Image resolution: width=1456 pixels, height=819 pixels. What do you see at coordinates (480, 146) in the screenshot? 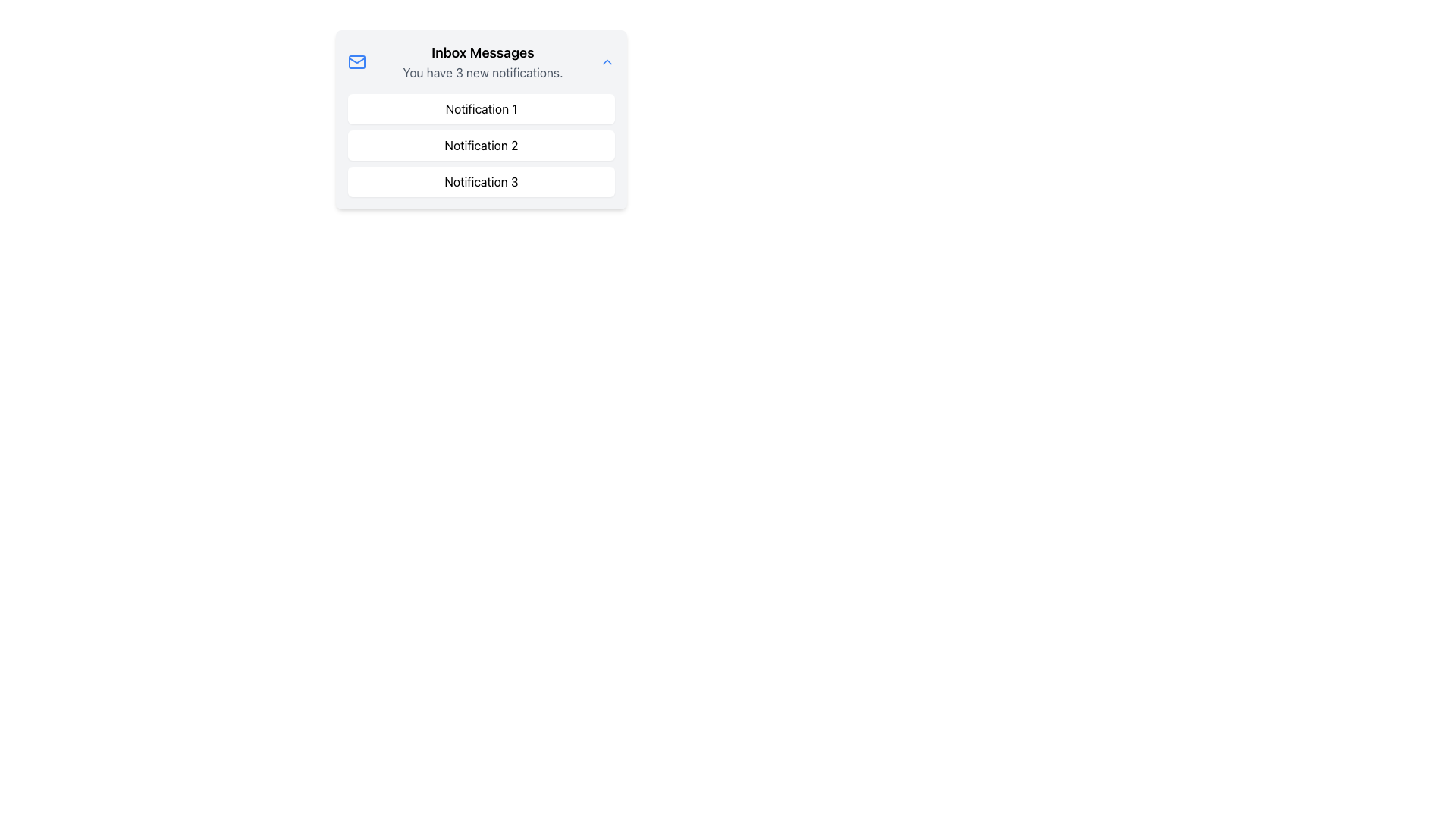
I see `the list component containing multiple notifications styled with a white background and rounded corners` at bounding box center [480, 146].